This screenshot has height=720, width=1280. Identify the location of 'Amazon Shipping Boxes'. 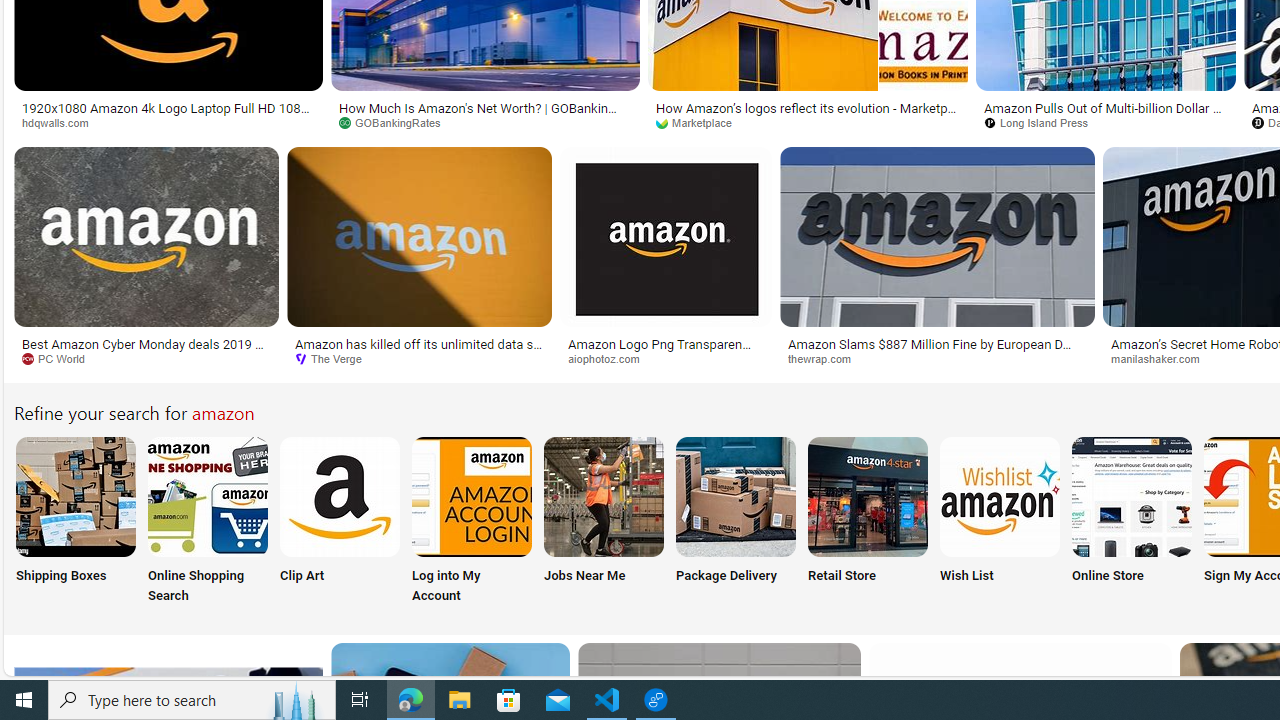
(75, 495).